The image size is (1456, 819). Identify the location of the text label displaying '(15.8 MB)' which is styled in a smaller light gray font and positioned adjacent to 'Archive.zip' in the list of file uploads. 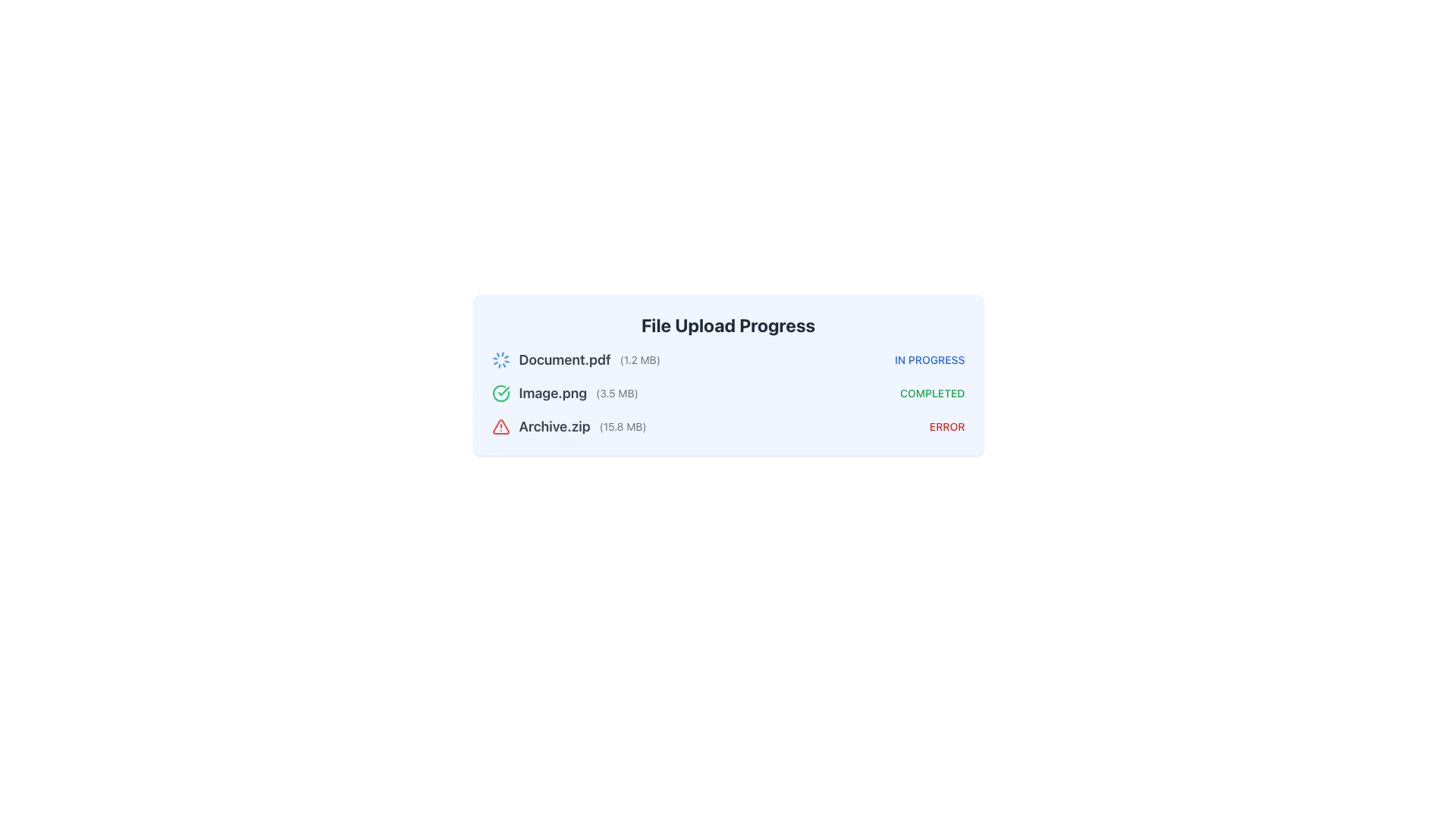
(623, 427).